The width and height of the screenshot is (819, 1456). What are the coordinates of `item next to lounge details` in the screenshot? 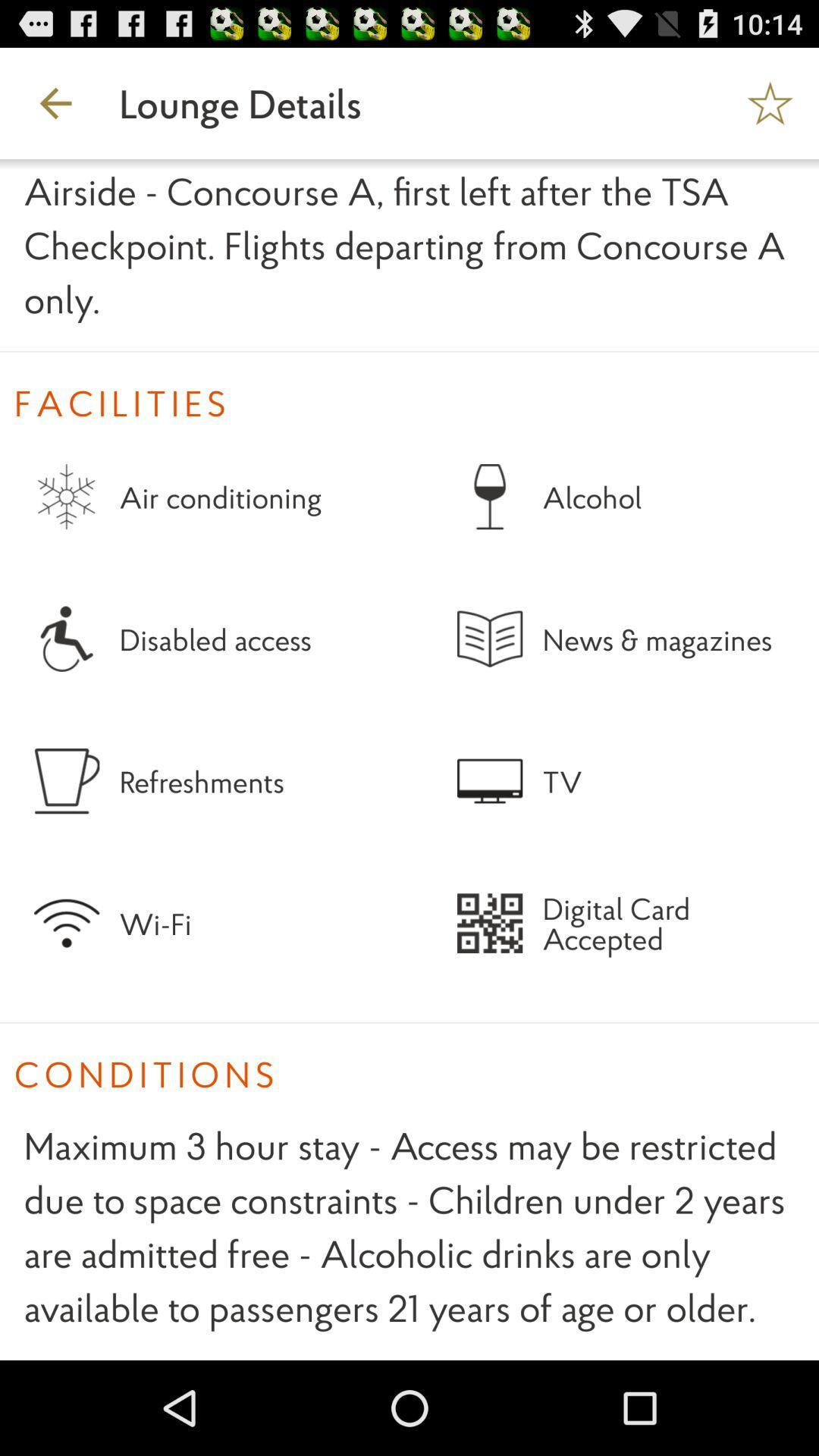 It's located at (771, 102).